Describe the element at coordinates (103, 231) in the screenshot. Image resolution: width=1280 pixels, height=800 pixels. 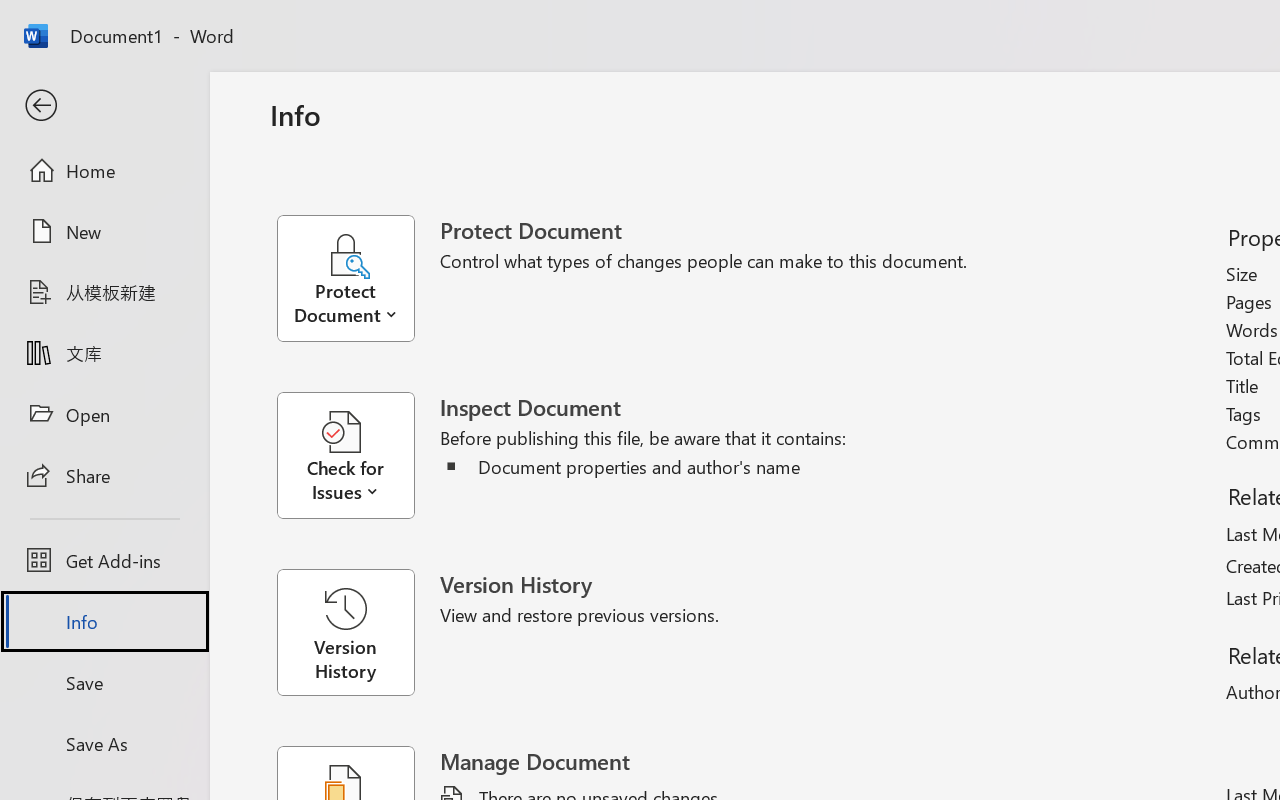
I see `'New'` at that location.